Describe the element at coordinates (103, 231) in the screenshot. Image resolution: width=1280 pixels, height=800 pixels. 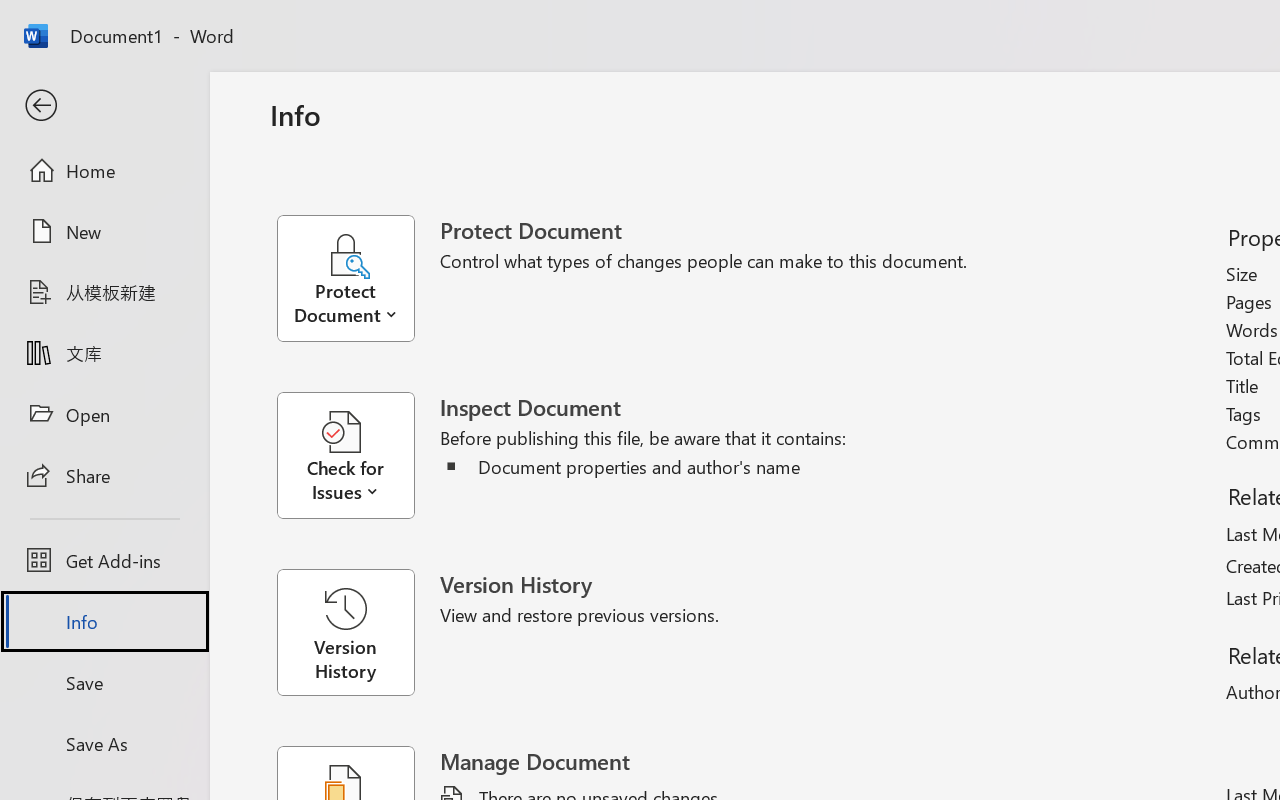
I see `'New'` at that location.